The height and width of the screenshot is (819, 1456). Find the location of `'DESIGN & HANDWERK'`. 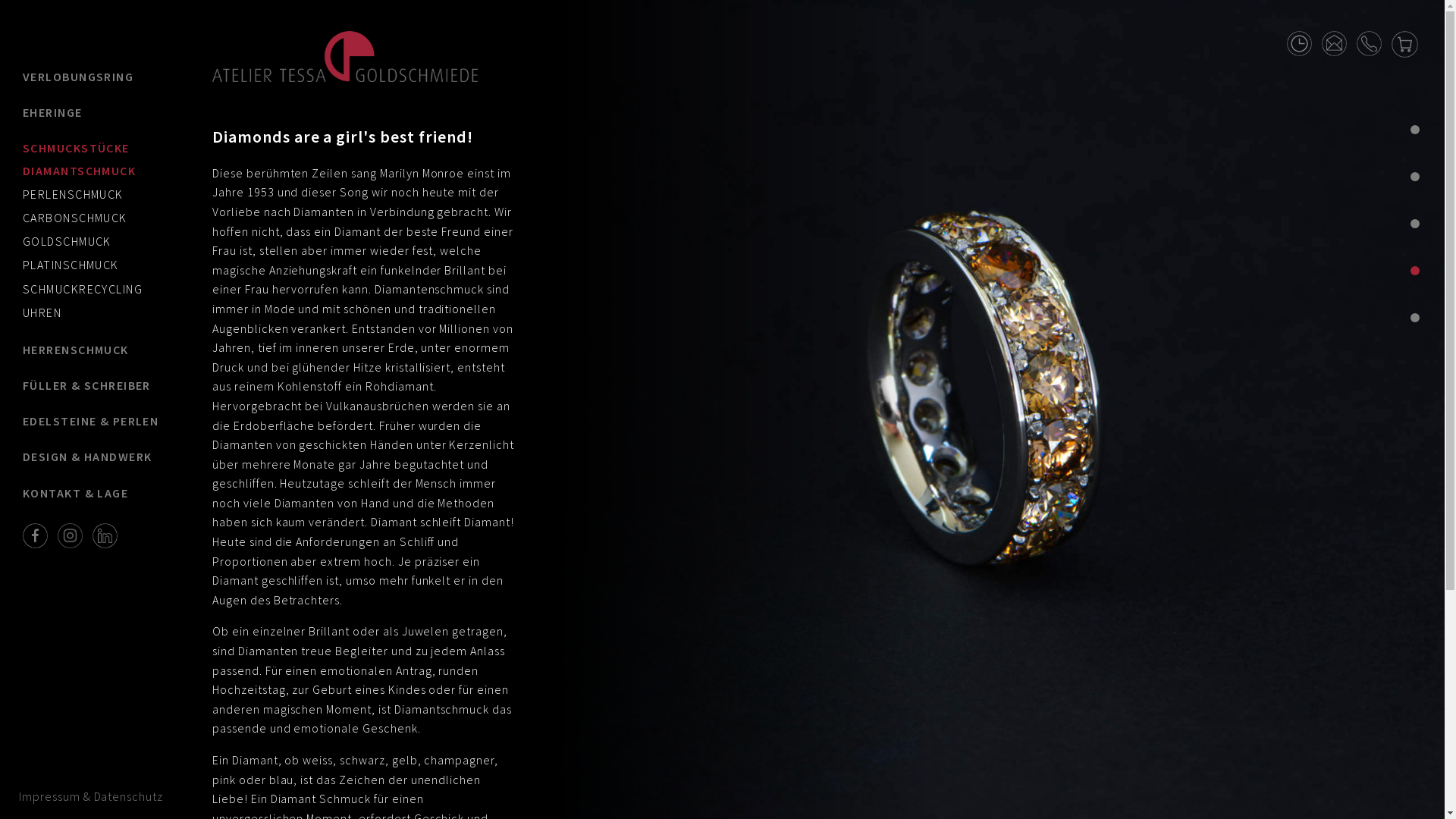

'DESIGN & HANDWERK' is located at coordinates (91, 456).